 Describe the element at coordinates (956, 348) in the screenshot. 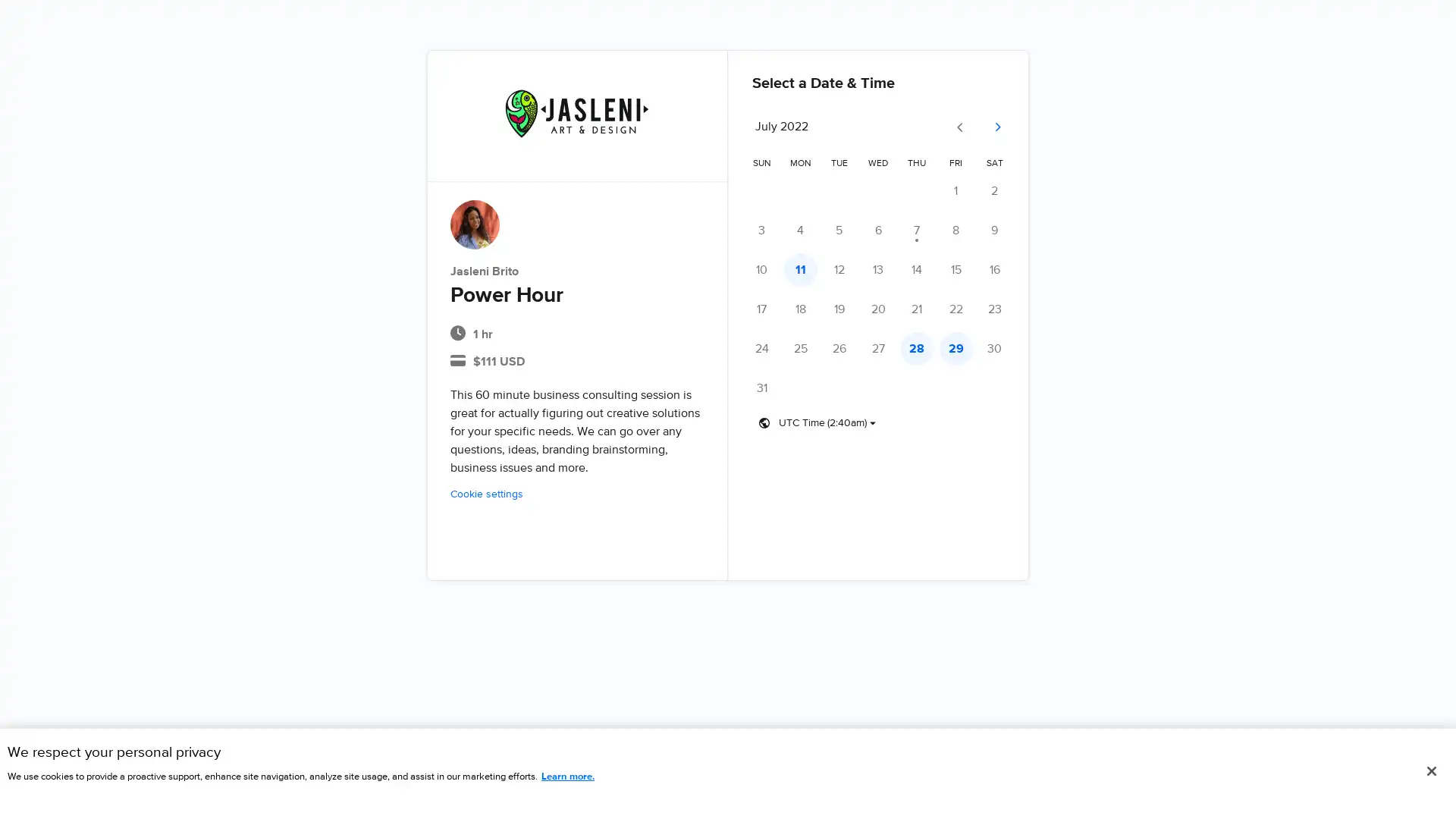

I see `Friday, July 29 - Times available` at that location.